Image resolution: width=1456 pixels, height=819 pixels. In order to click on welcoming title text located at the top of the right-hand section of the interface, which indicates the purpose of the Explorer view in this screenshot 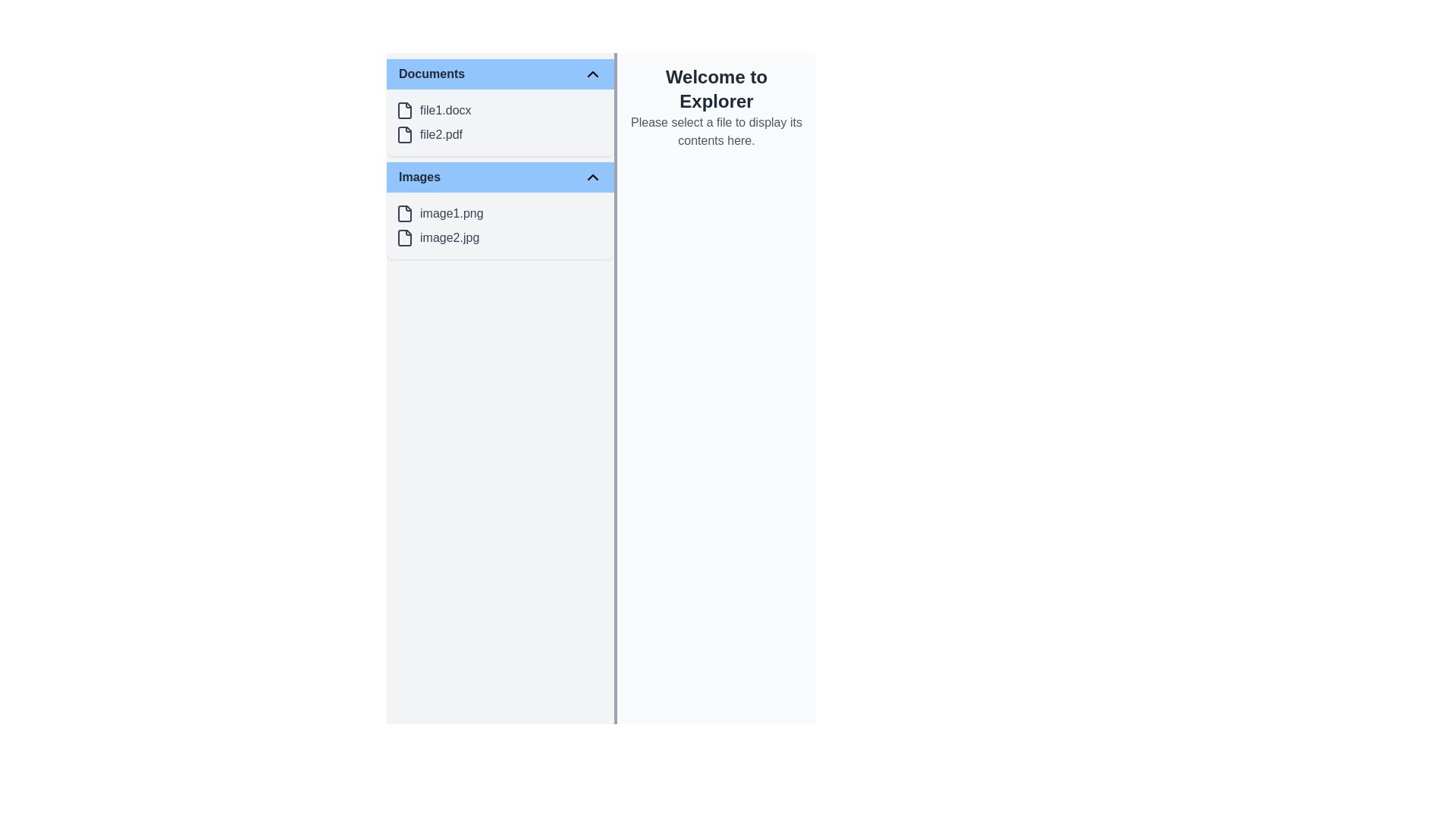, I will do `click(716, 89)`.